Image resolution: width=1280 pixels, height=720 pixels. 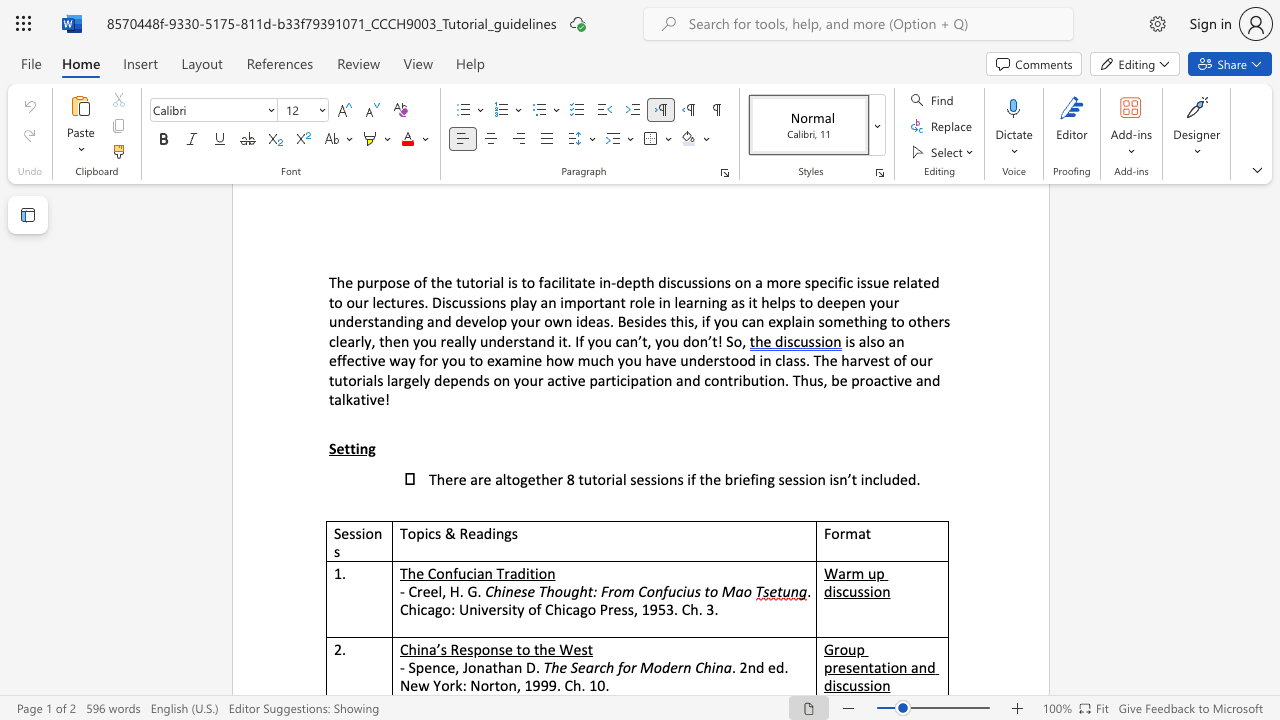 I want to click on the subset text "odern" within the text "The Search for Modern China", so click(x=653, y=667).